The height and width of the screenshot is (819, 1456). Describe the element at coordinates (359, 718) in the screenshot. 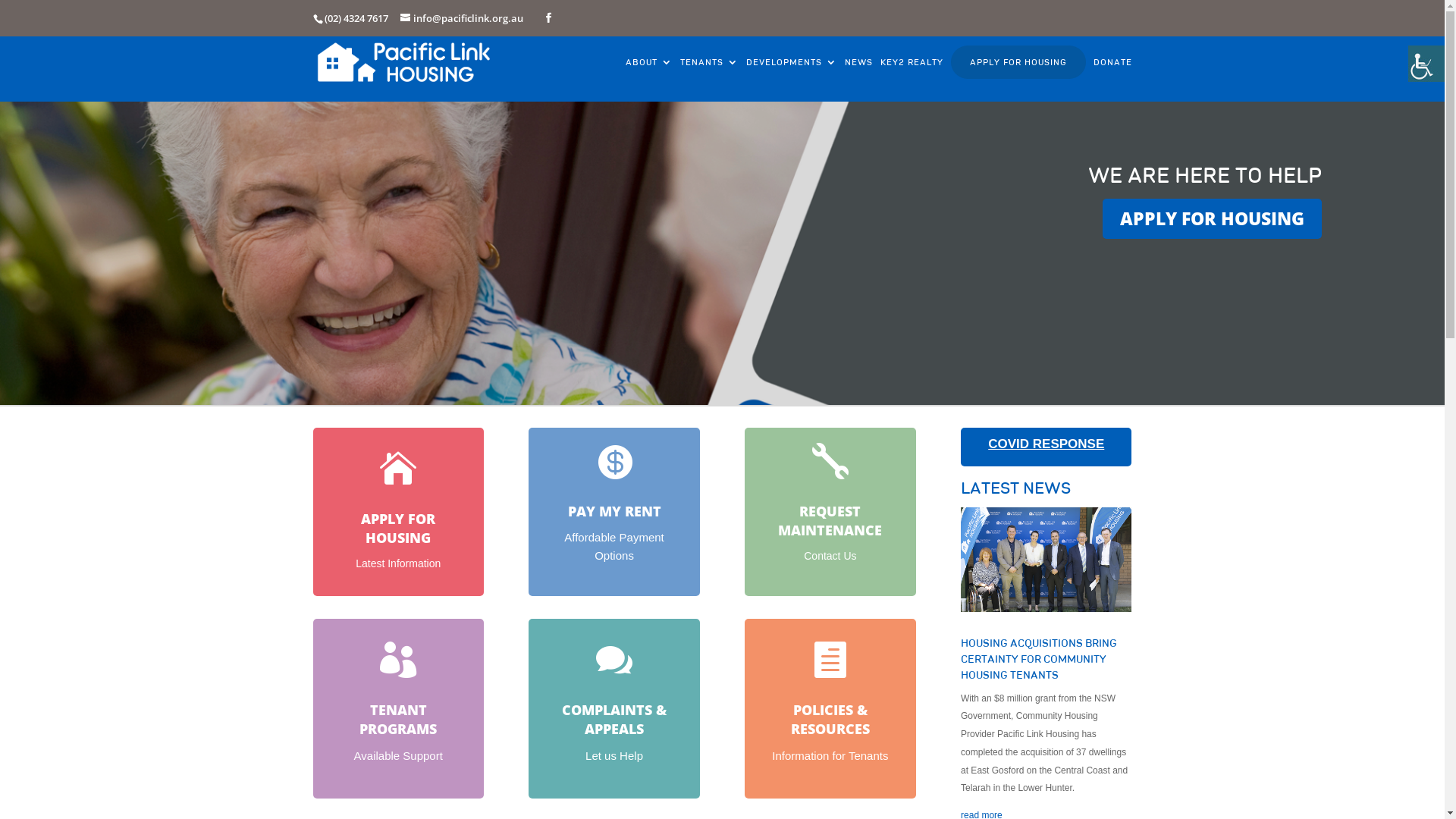

I see `'TENANT PROGRAMS'` at that location.